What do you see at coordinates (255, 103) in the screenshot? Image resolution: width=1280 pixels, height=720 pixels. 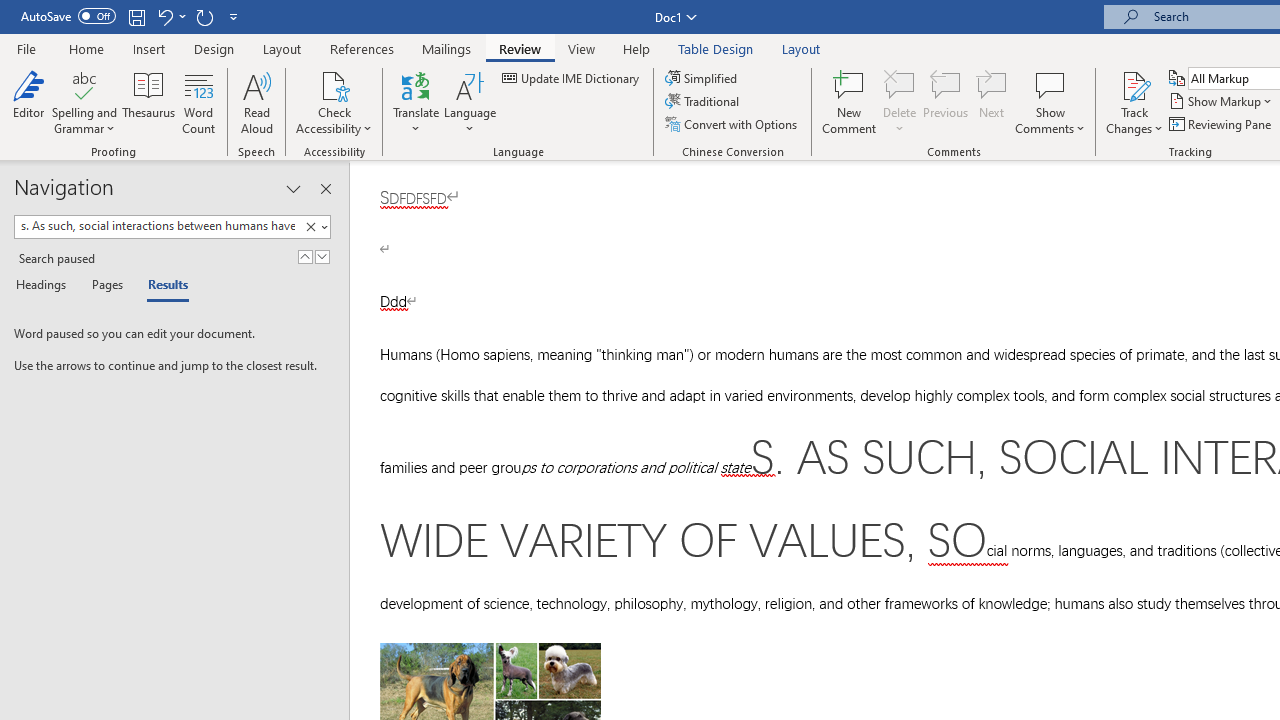 I see `'Read Aloud'` at bounding box center [255, 103].